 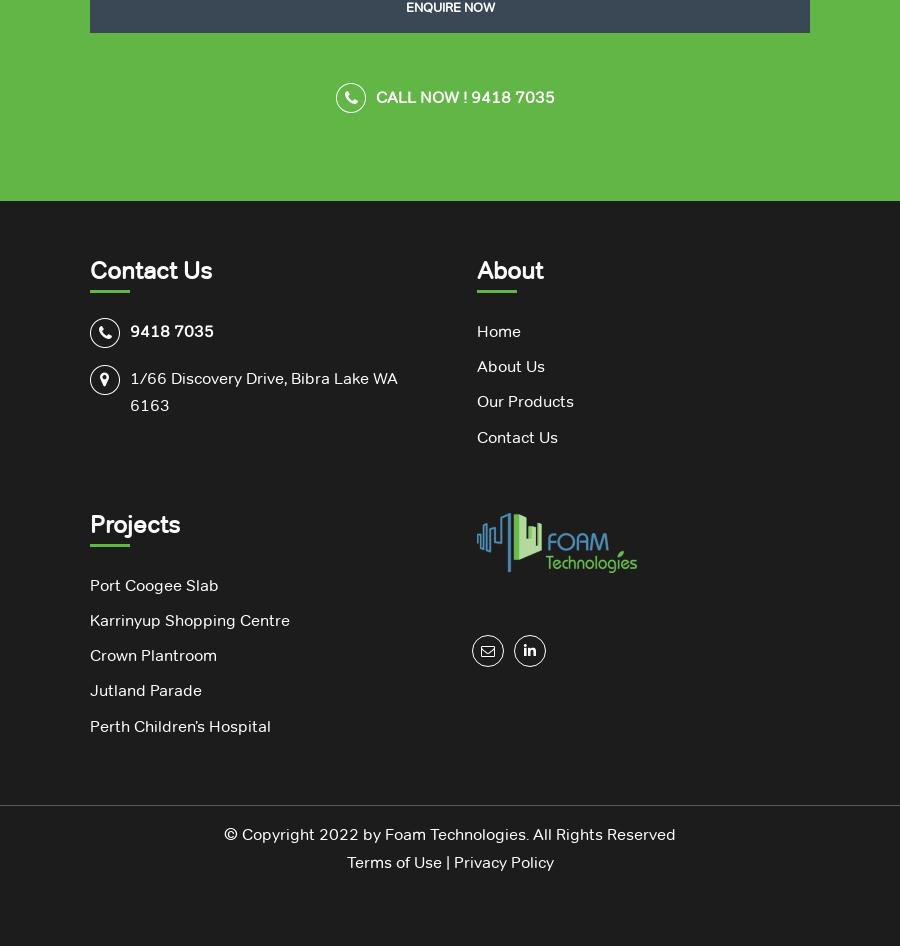 What do you see at coordinates (189, 618) in the screenshot?
I see `'Karrinyup Shopping Centre'` at bounding box center [189, 618].